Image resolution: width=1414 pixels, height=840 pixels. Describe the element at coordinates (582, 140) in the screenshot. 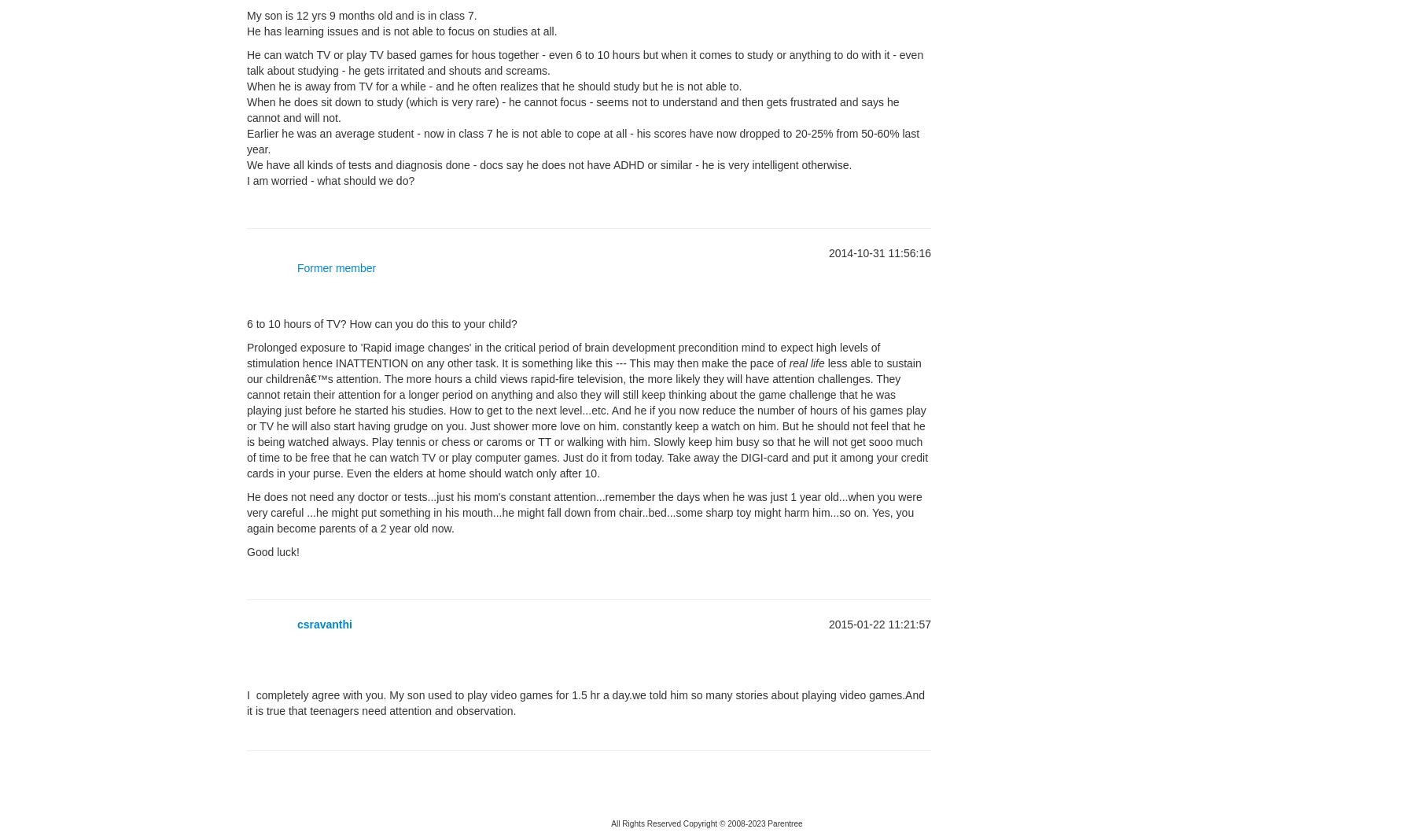

I see `'Earlier he was an average student - now in class 7 he is not able to cope at all - his scores have now dropped to 20-25% from 50-60% last year.'` at that location.